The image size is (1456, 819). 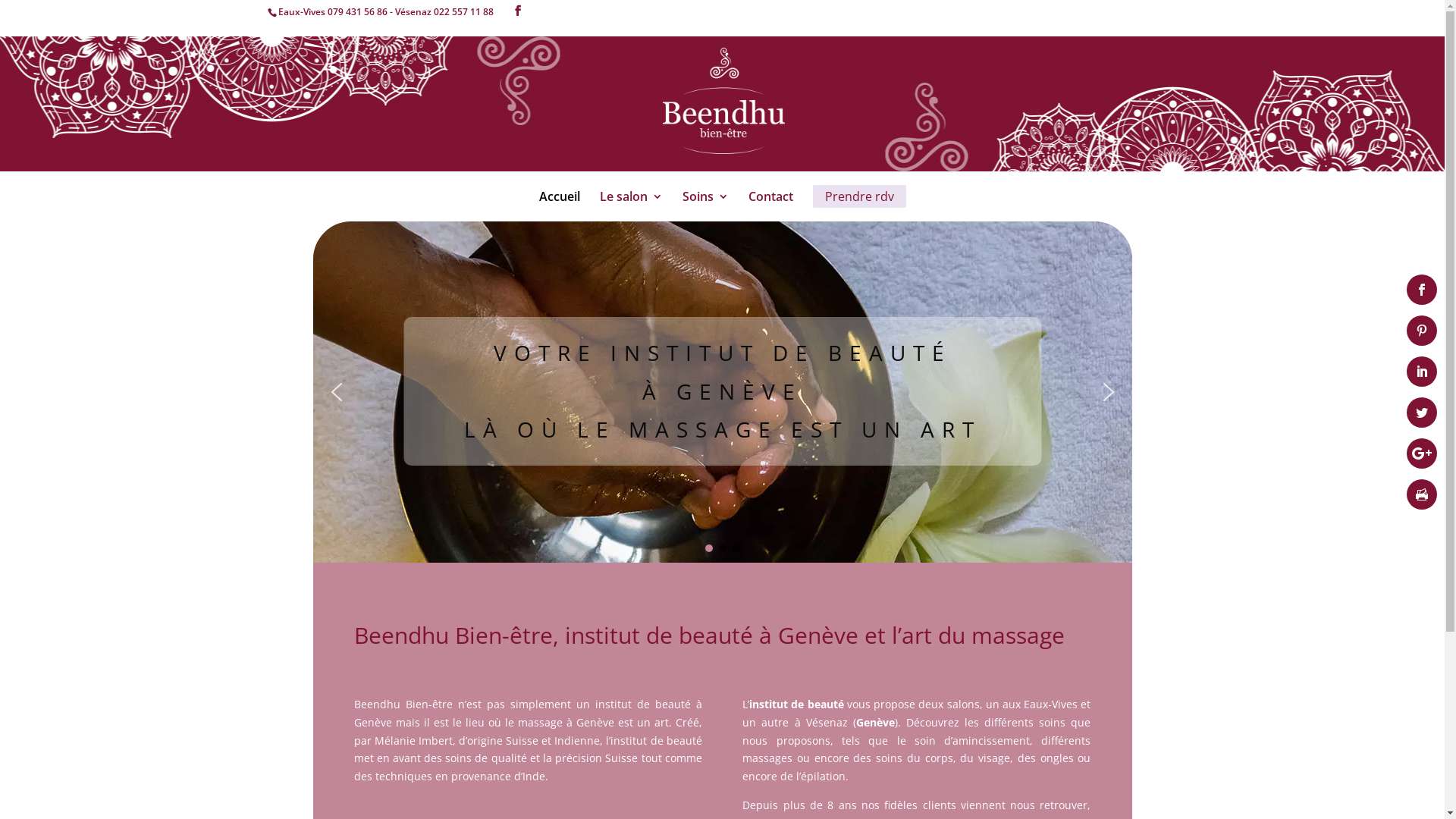 What do you see at coordinates (704, 207) in the screenshot?
I see `'Soins'` at bounding box center [704, 207].